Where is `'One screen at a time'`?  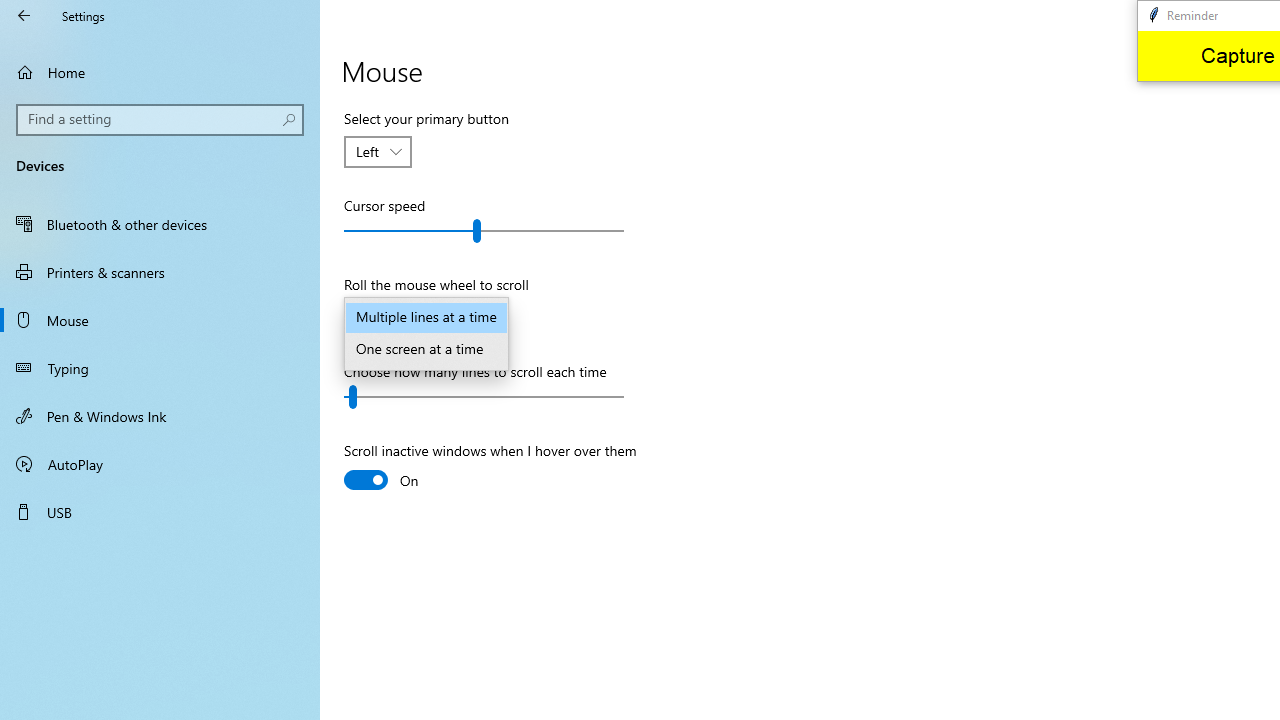
'One screen at a time' is located at coordinates (425, 348).